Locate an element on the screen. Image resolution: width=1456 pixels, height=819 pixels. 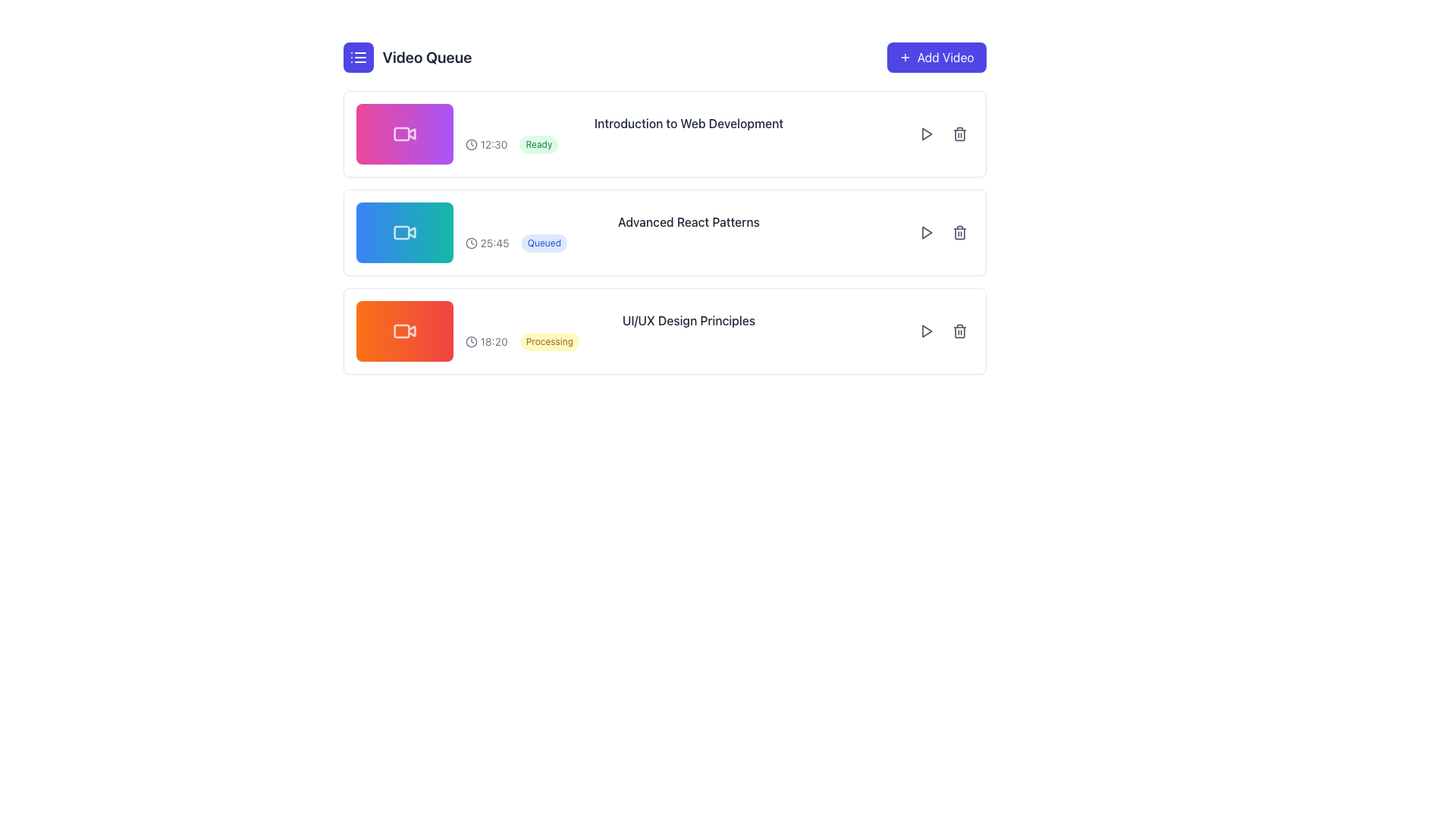
the button located next to the text 'Video Queue', which represents the list view functionality in the video management system is located at coordinates (357, 57).